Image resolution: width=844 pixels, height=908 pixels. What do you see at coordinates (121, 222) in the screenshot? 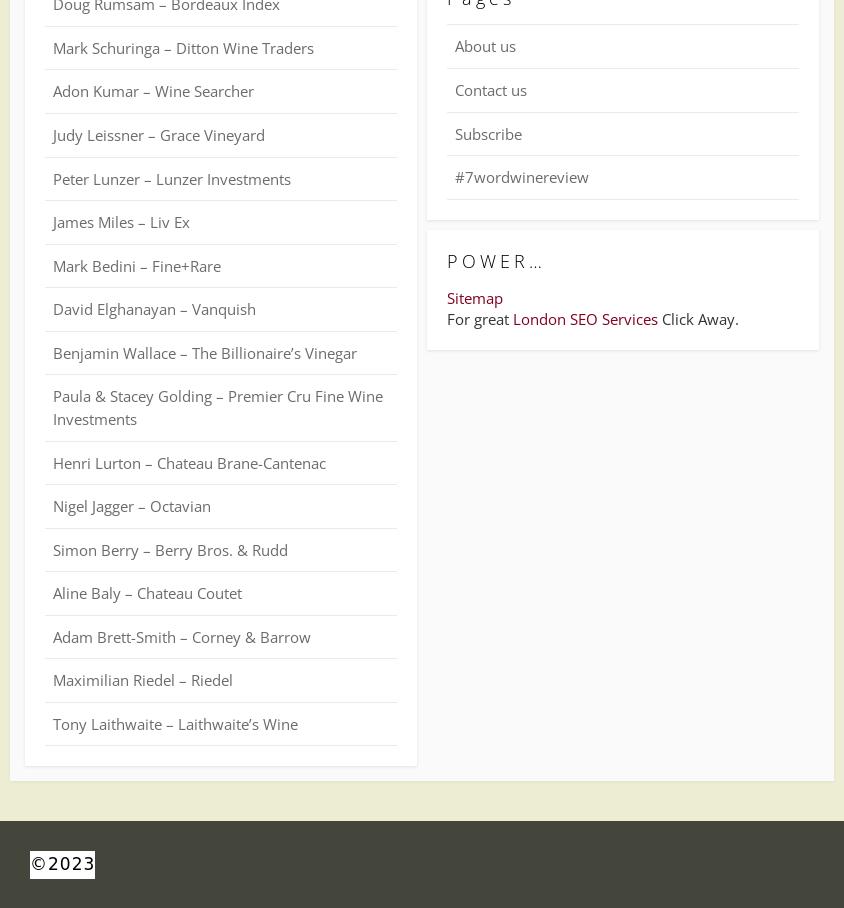
I see `'James Miles – Liv Ex'` at bounding box center [121, 222].